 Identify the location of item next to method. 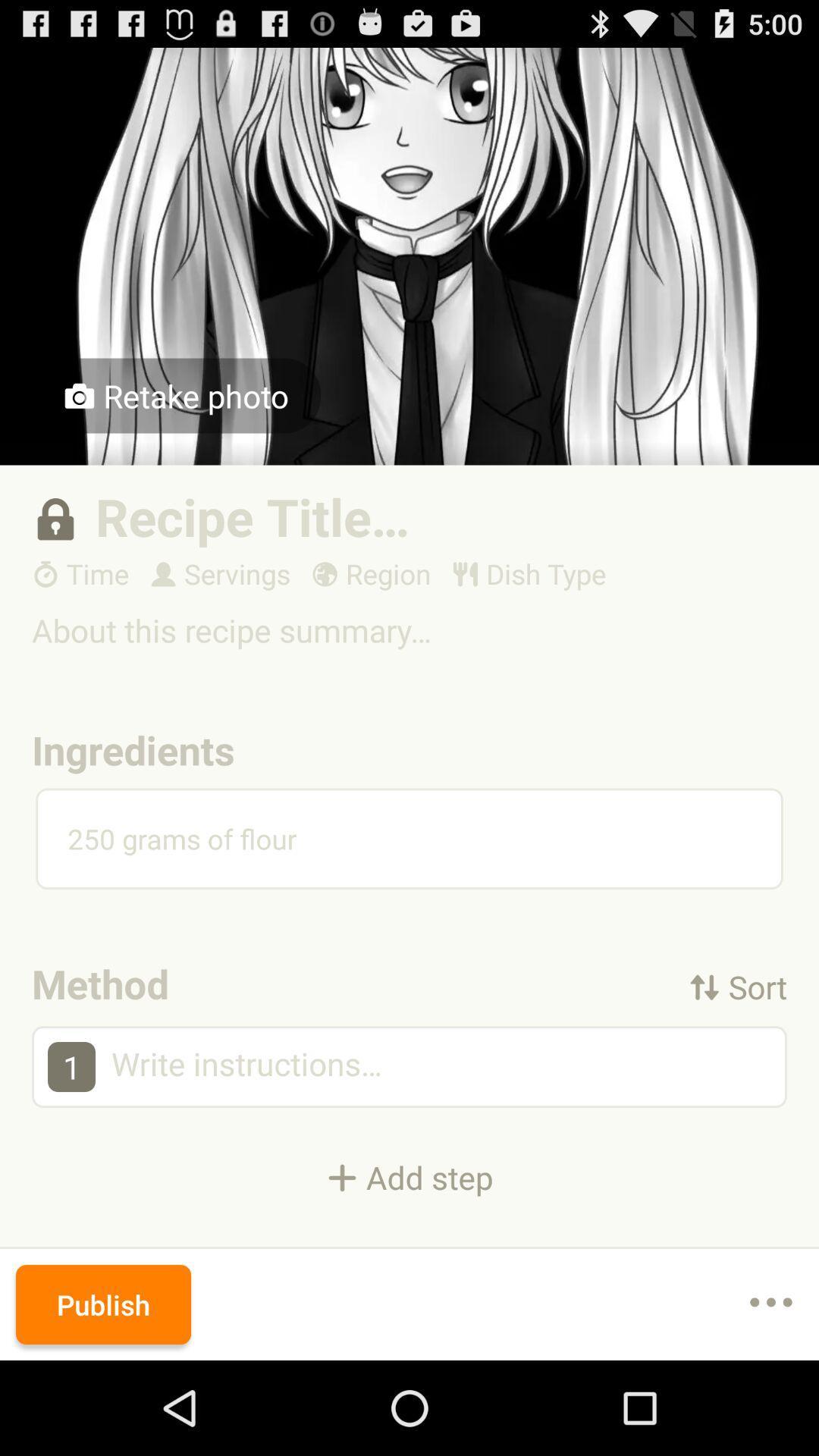
(737, 987).